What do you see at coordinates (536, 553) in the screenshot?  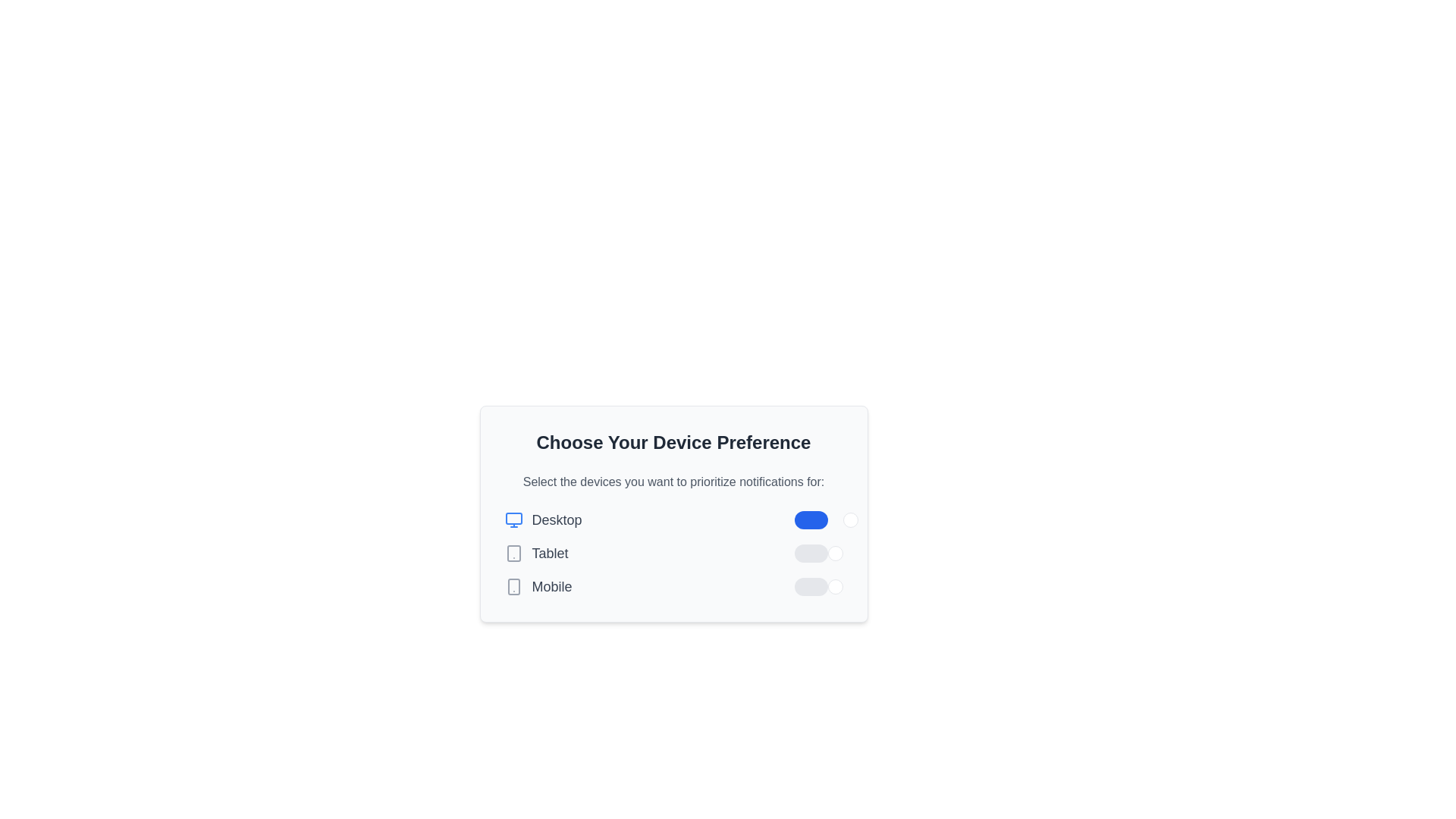 I see `the 'Tablet' device preference option, which is the second item in the vertical list of device preferences, located to the right of its corresponding icon` at bounding box center [536, 553].